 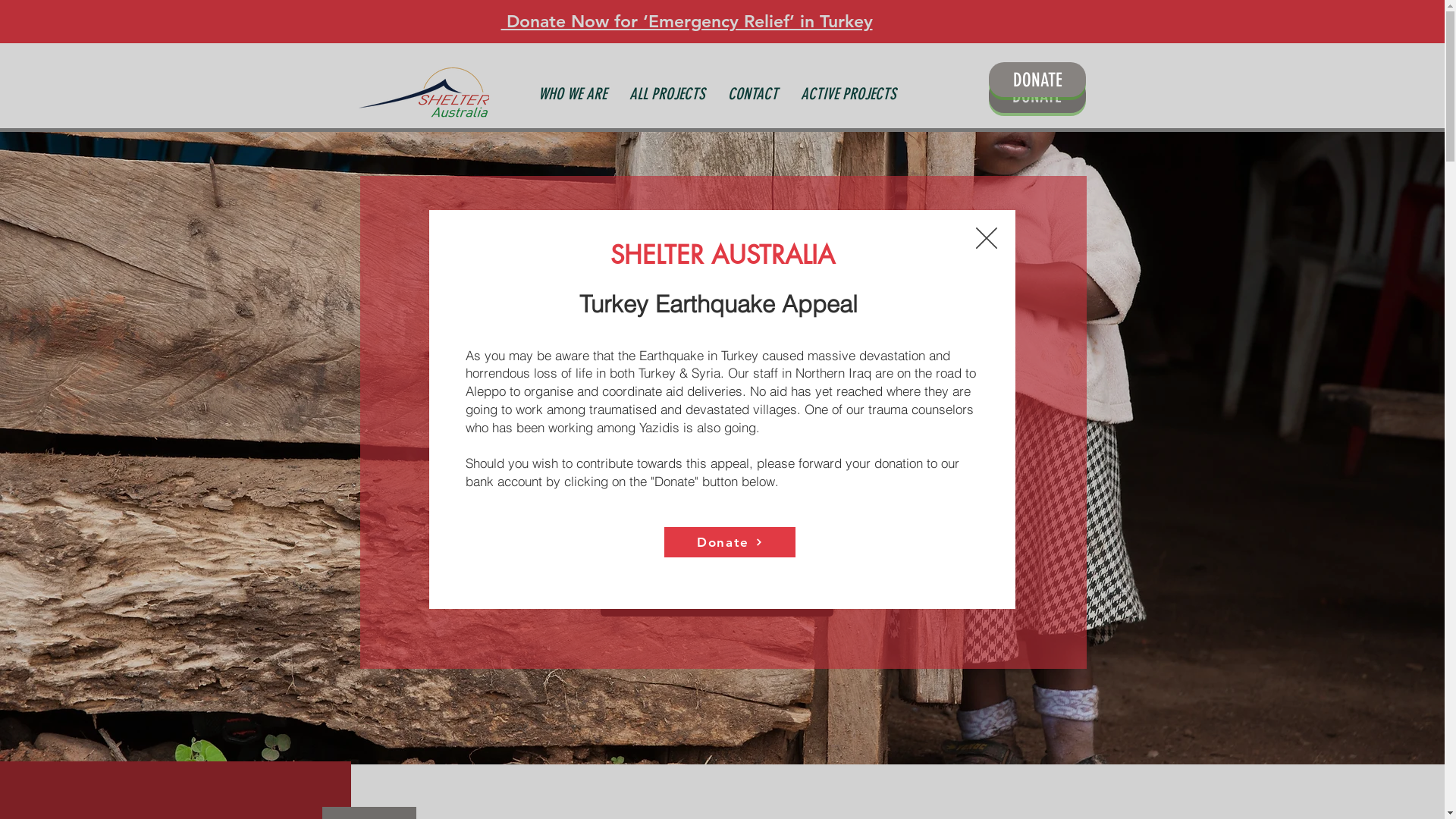 What do you see at coordinates (847, 93) in the screenshot?
I see `'ACTIVE PROJECTS'` at bounding box center [847, 93].